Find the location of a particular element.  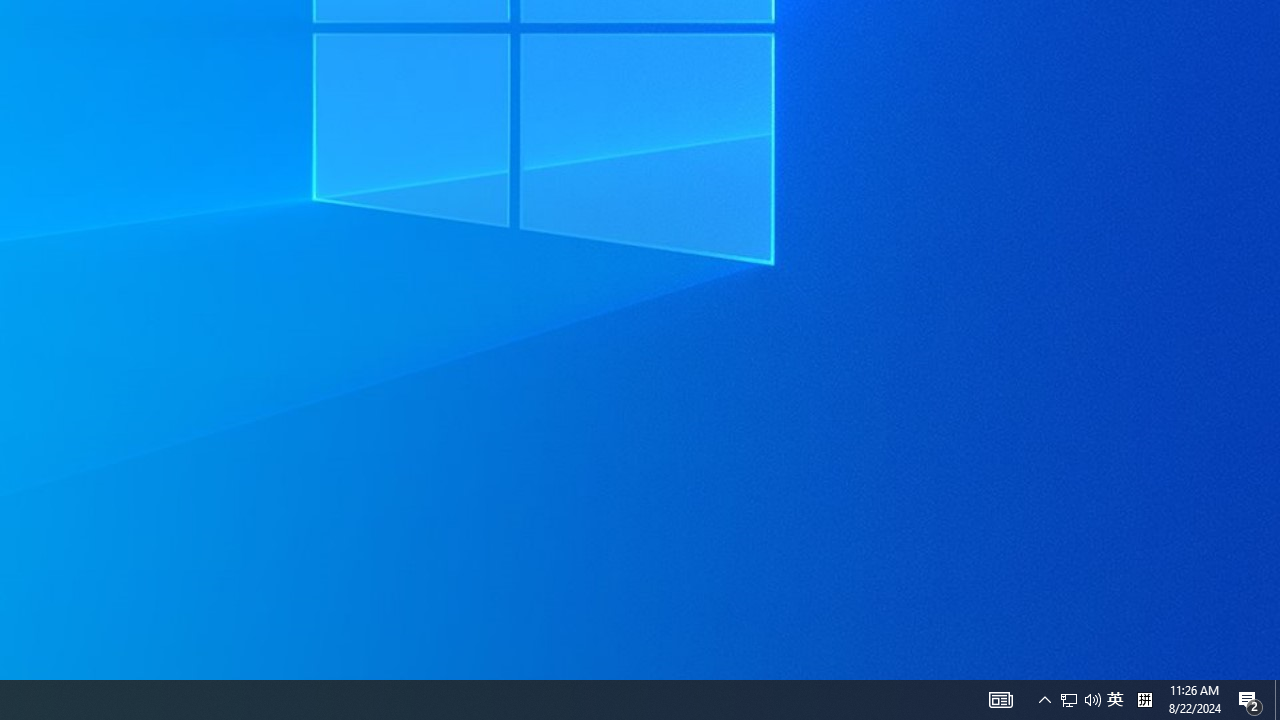

'Notification Chevron' is located at coordinates (1092, 698).